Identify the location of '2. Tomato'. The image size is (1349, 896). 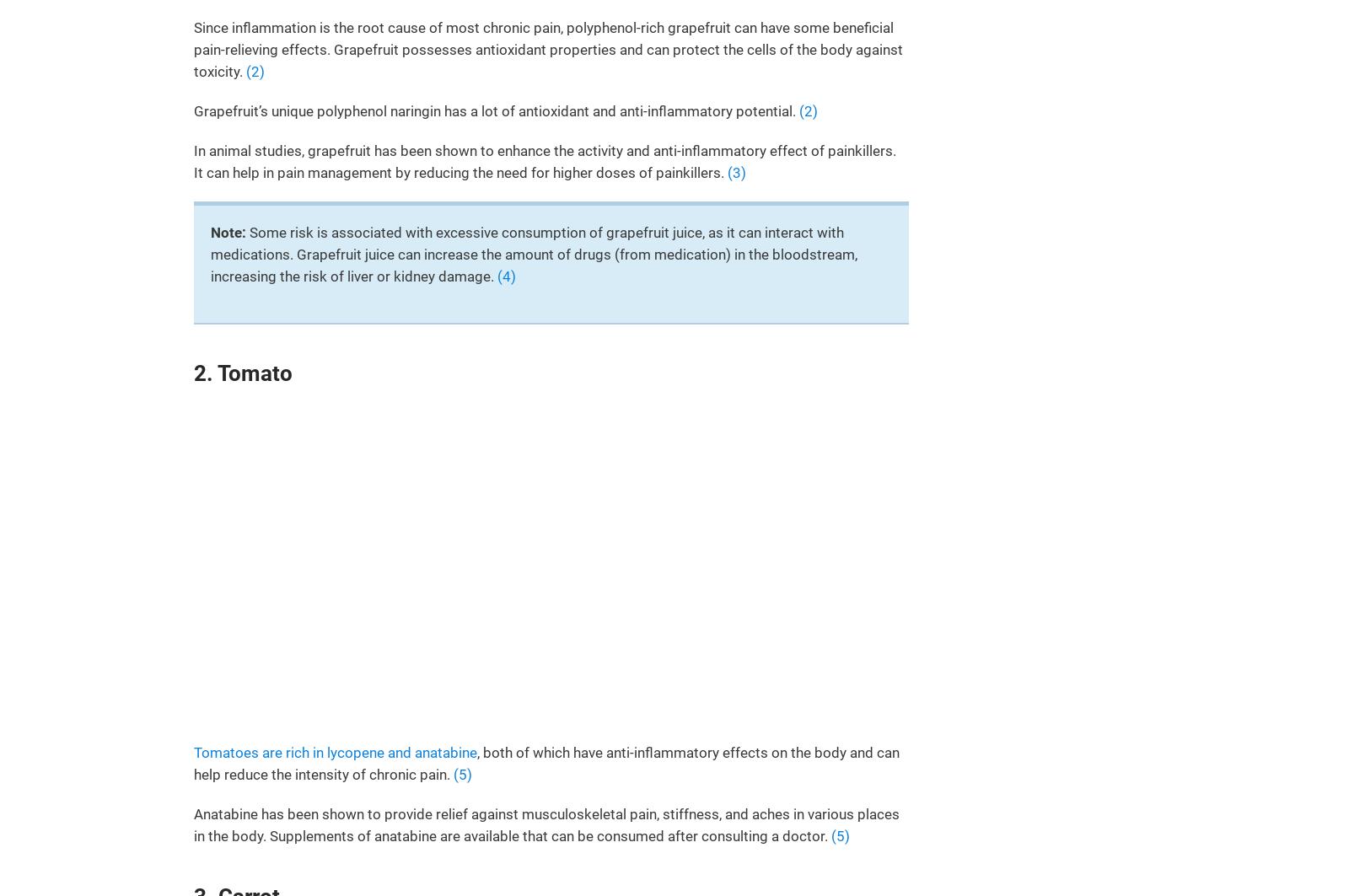
(193, 372).